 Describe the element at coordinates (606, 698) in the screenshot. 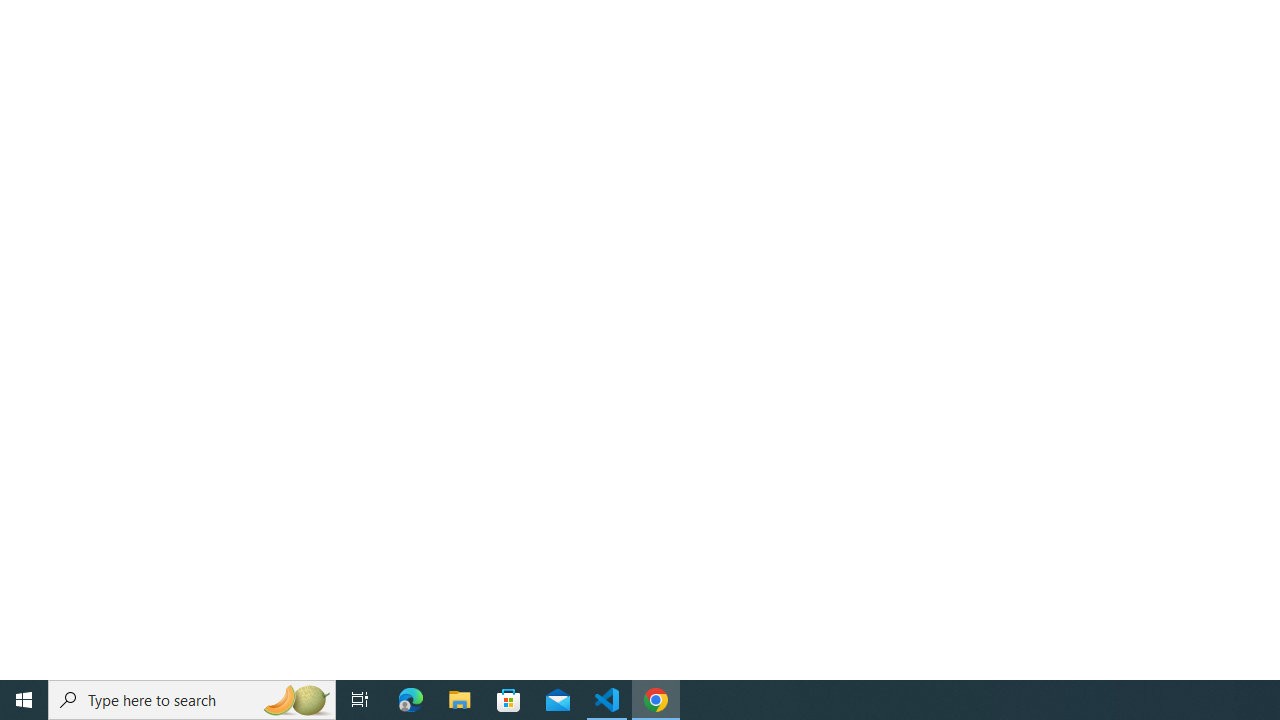

I see `'Visual Studio Code - 1 running window'` at that location.